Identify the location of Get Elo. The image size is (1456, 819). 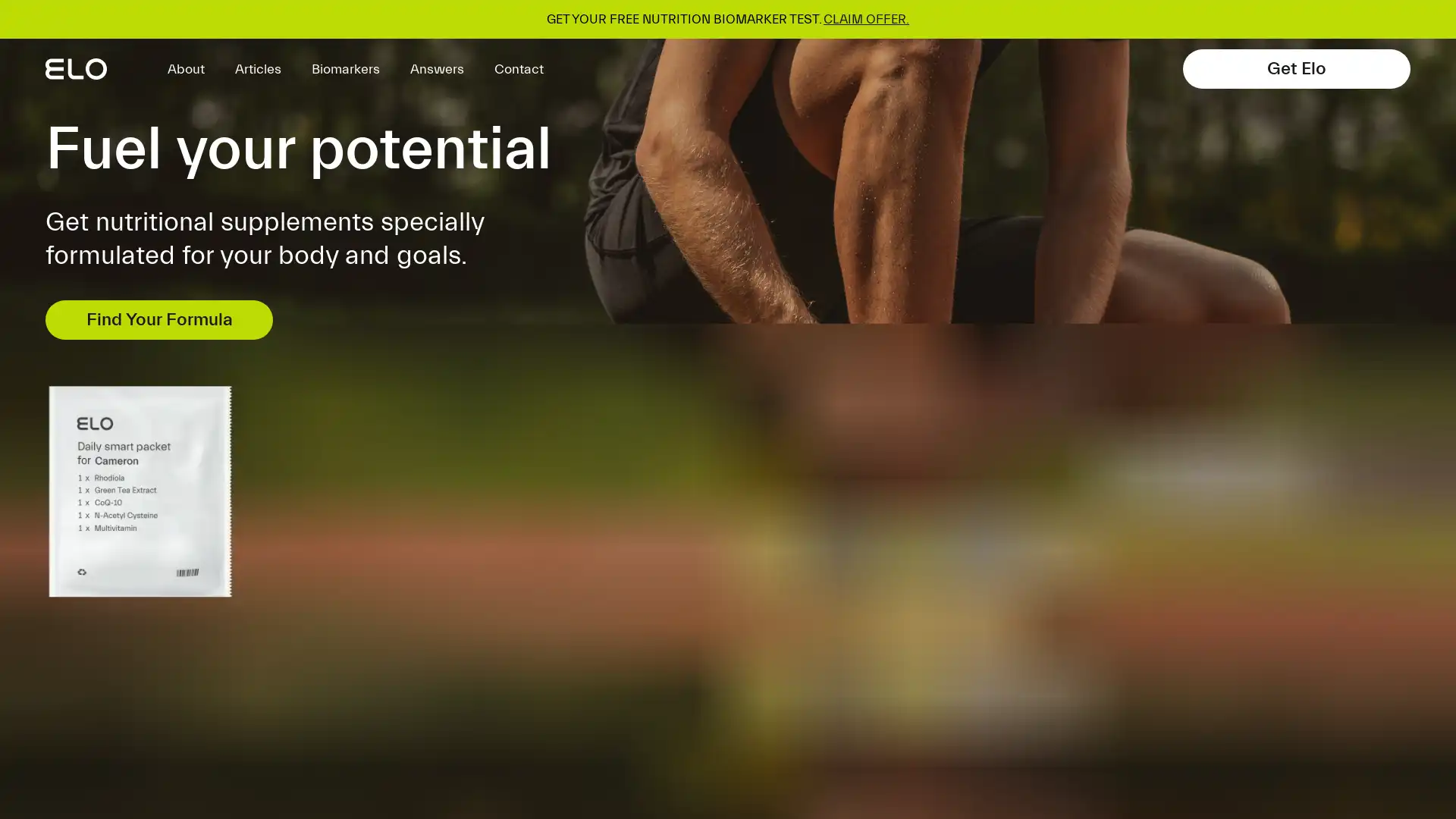
(1295, 69).